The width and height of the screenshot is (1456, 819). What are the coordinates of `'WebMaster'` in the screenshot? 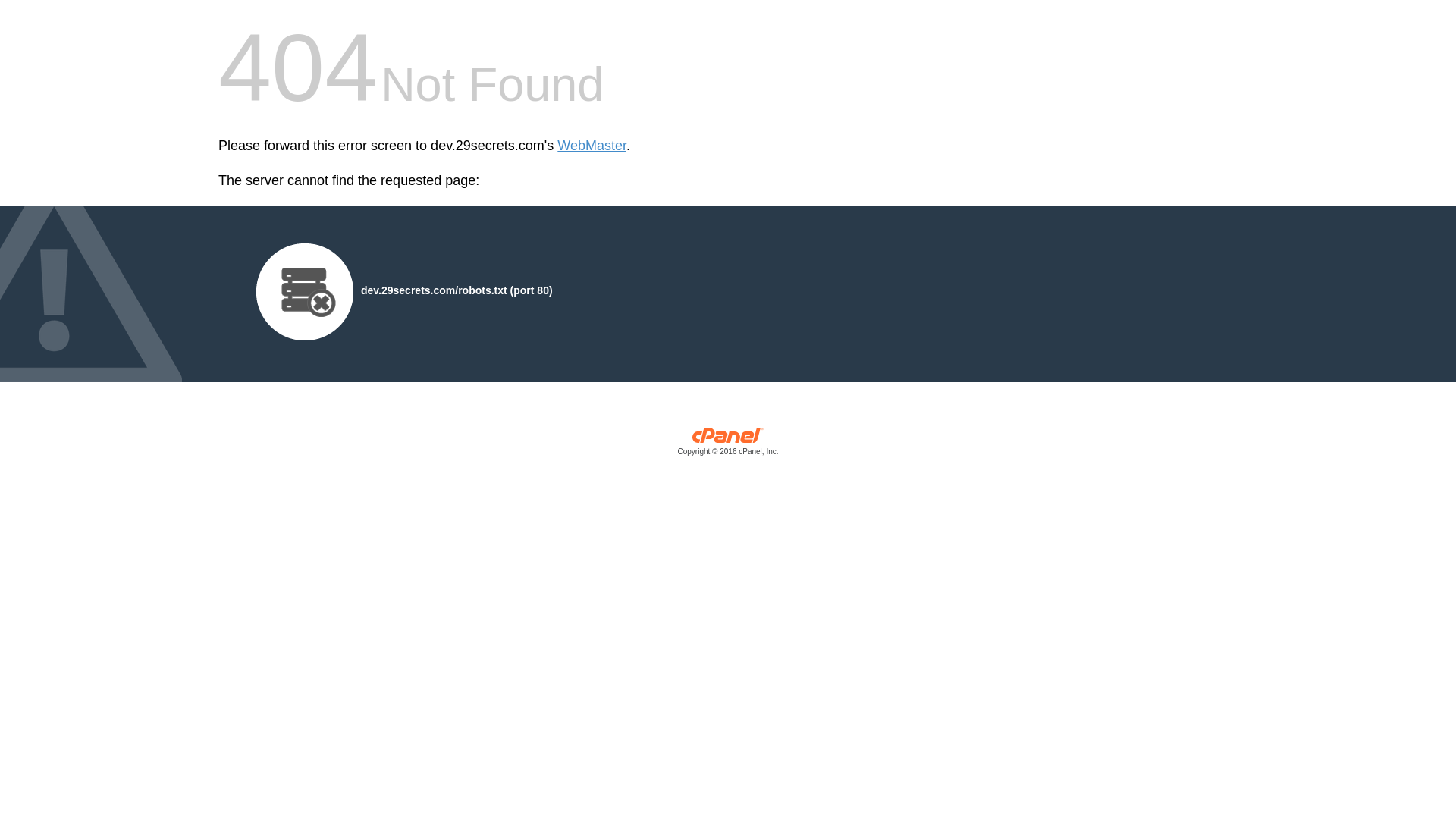 It's located at (591, 146).